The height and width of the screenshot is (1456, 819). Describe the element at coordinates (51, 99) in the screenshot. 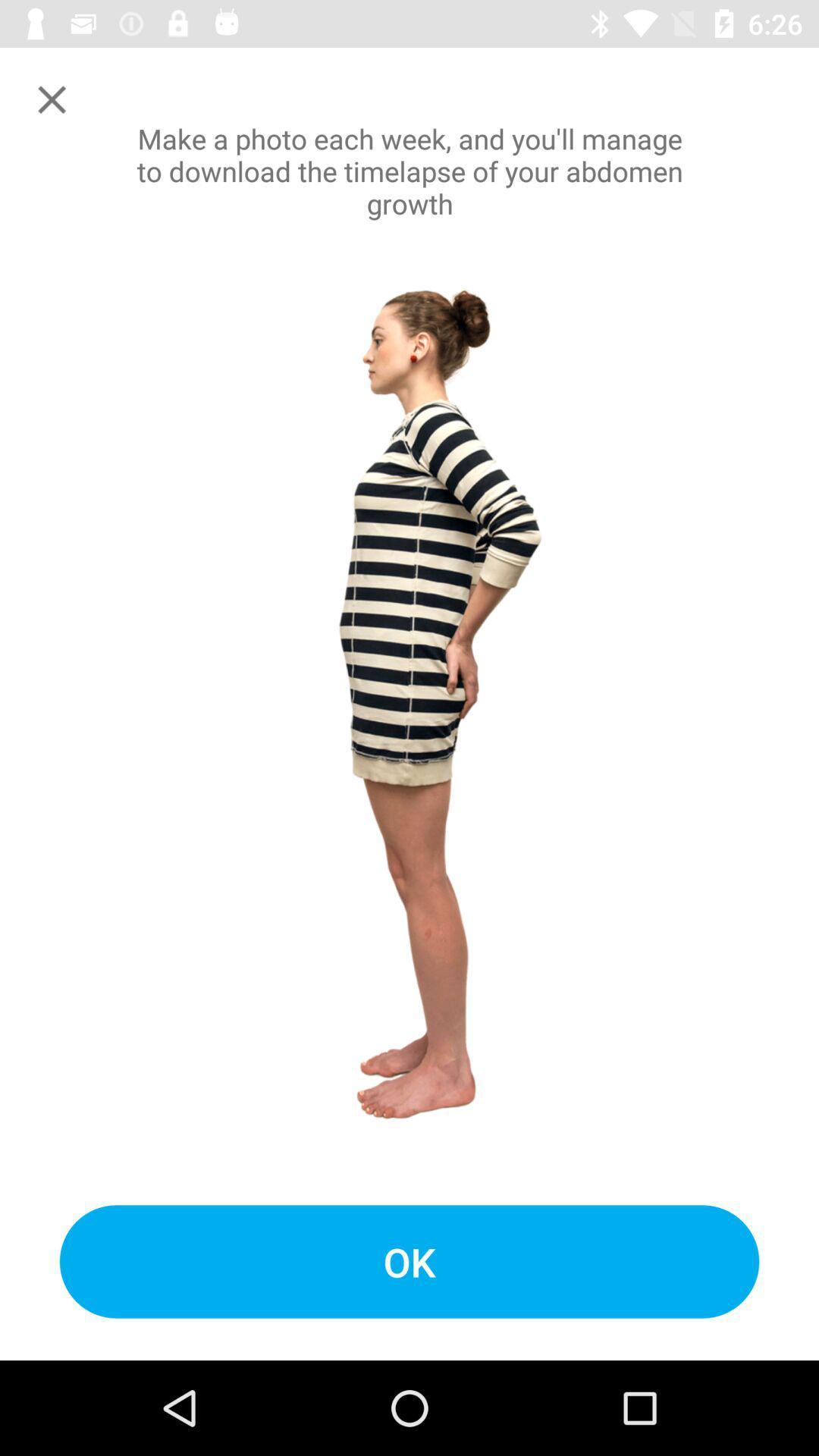

I see `the close icon` at that location.